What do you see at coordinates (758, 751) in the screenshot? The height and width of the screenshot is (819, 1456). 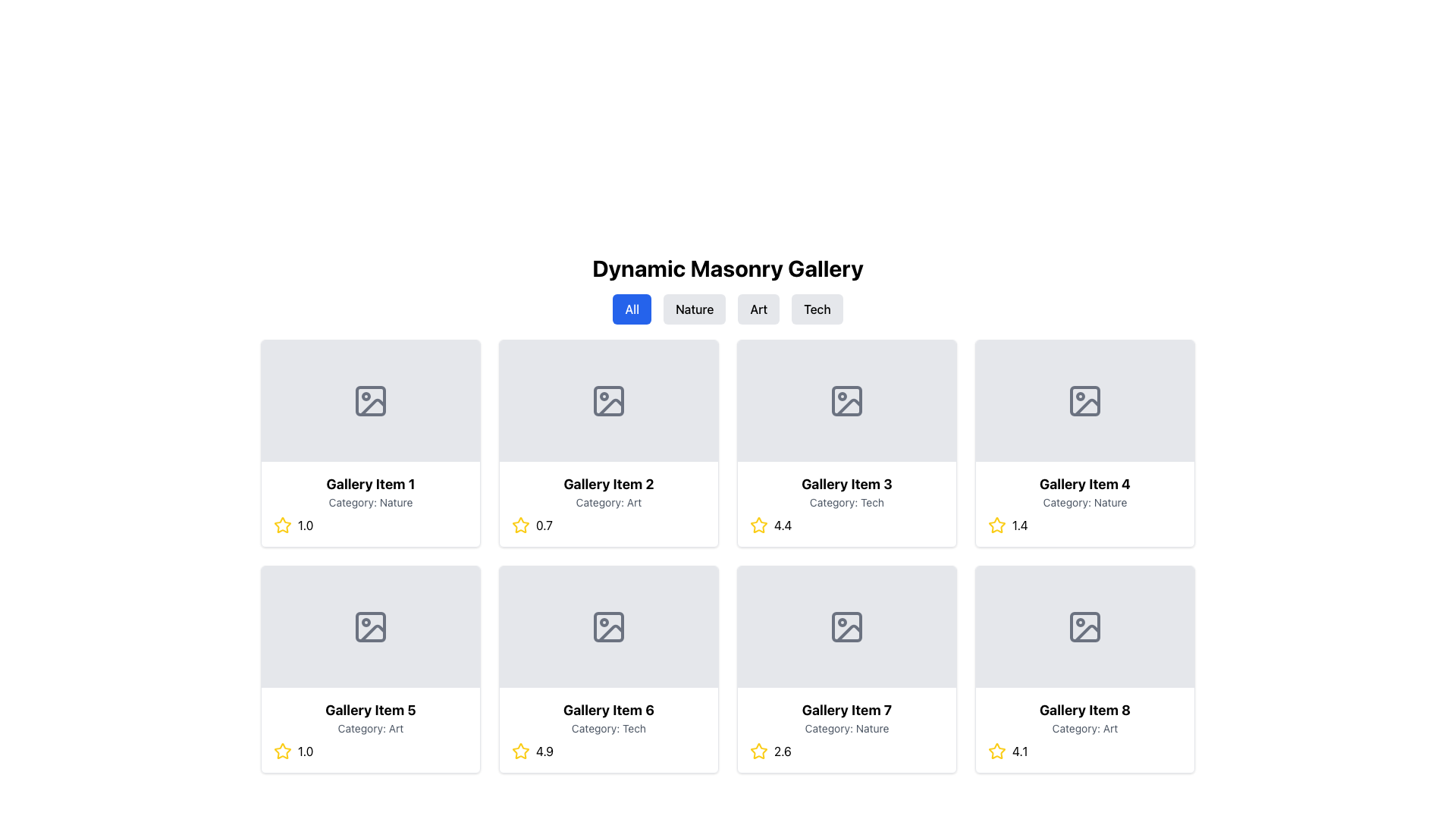 I see `the rating icon located in the bottom-left corner of the card labeled 'Gallery Item 7', adjacent to the text '2.6'` at bounding box center [758, 751].